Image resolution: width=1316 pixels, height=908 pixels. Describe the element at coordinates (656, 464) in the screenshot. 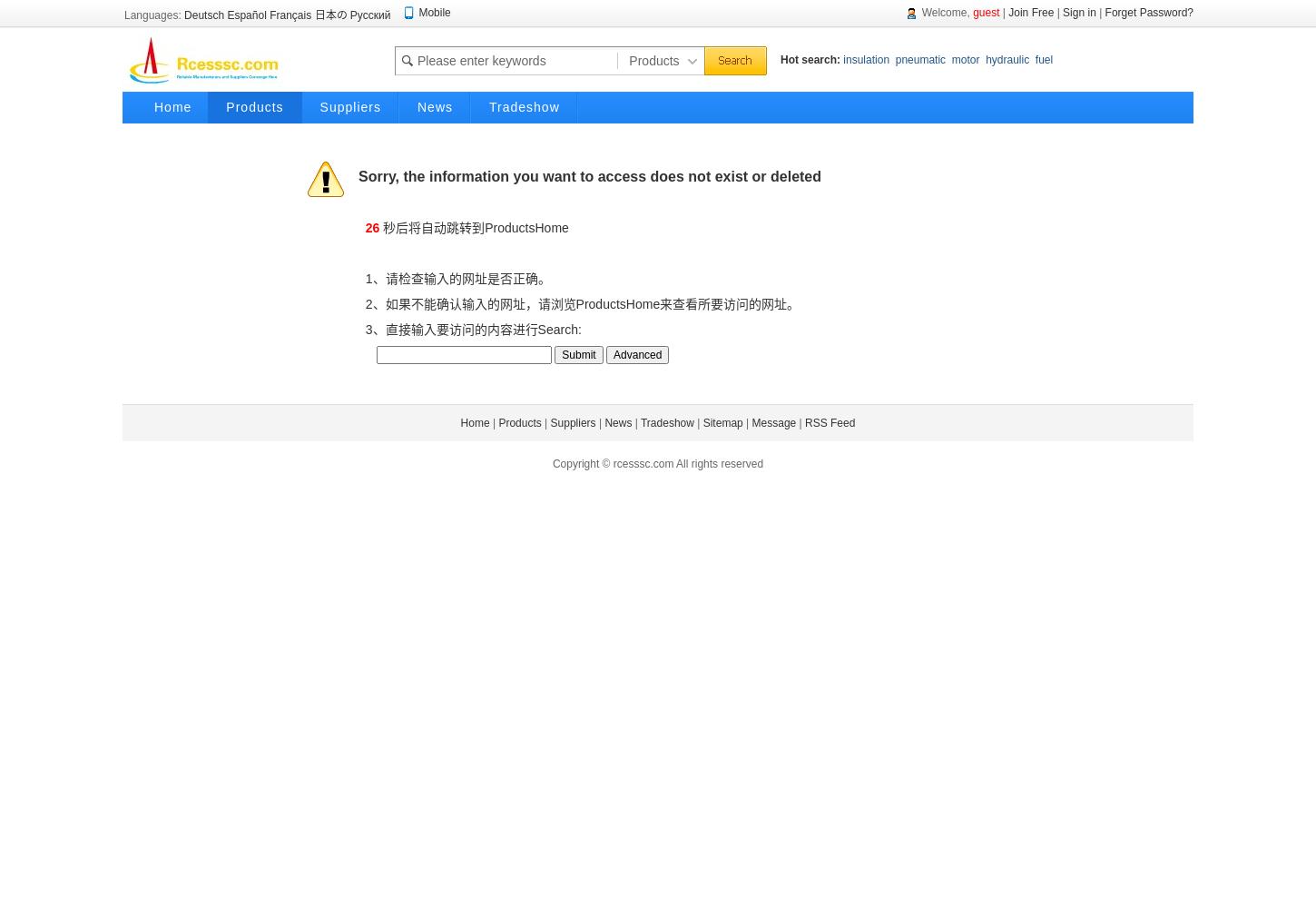

I see `'Copyright © rcesssc.com All rights reserved'` at that location.